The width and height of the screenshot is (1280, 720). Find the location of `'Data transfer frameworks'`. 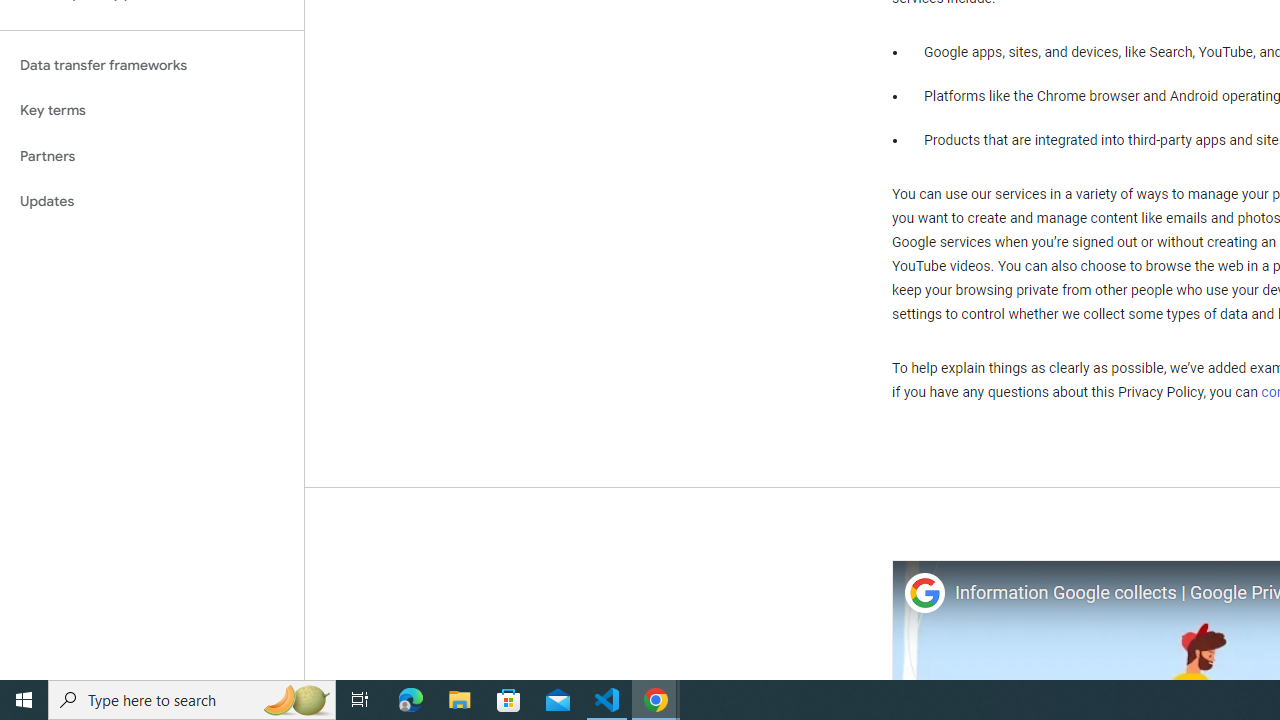

'Data transfer frameworks' is located at coordinates (151, 64).